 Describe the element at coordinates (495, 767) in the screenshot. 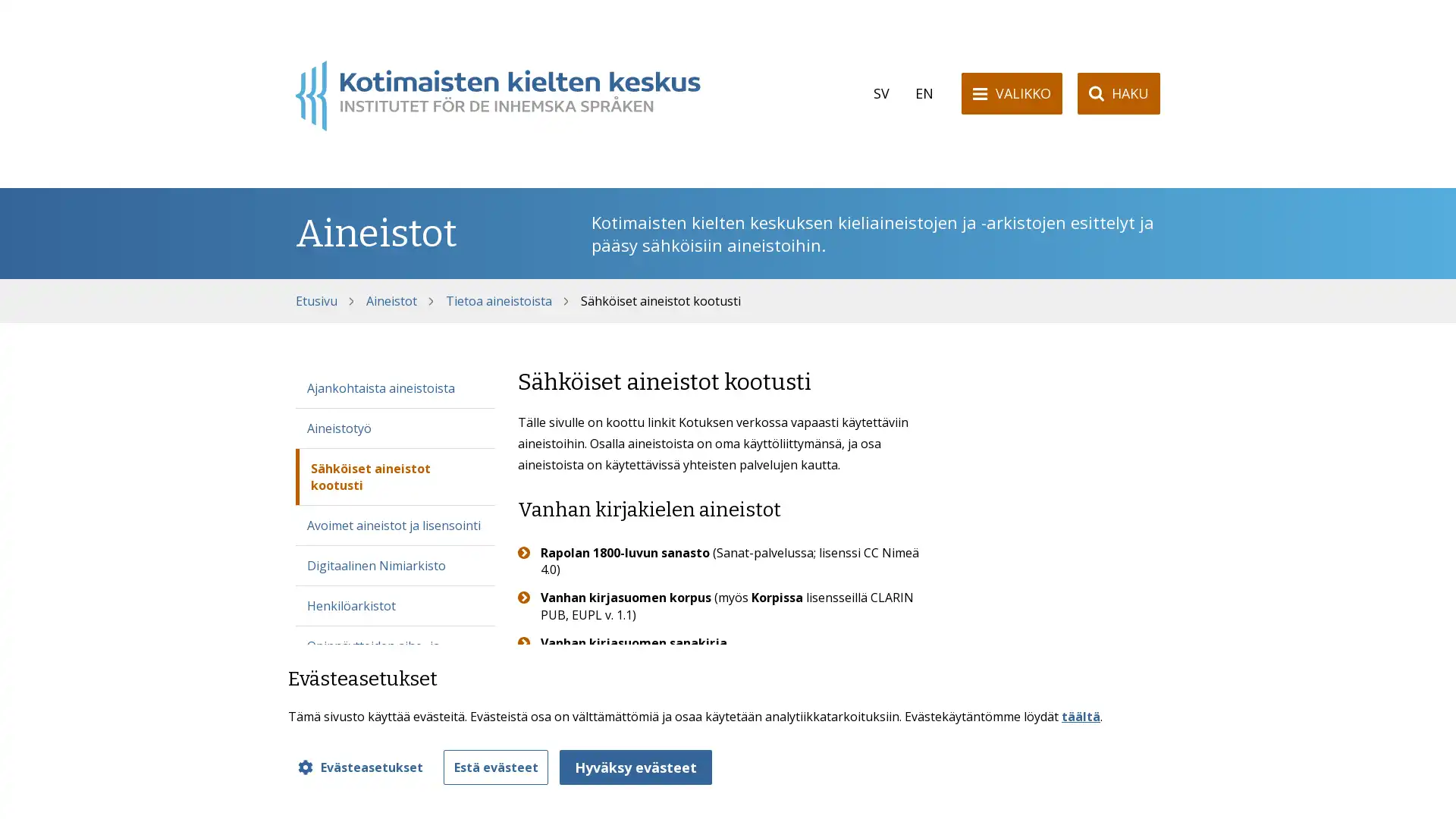

I see `Esta evasteet` at that location.